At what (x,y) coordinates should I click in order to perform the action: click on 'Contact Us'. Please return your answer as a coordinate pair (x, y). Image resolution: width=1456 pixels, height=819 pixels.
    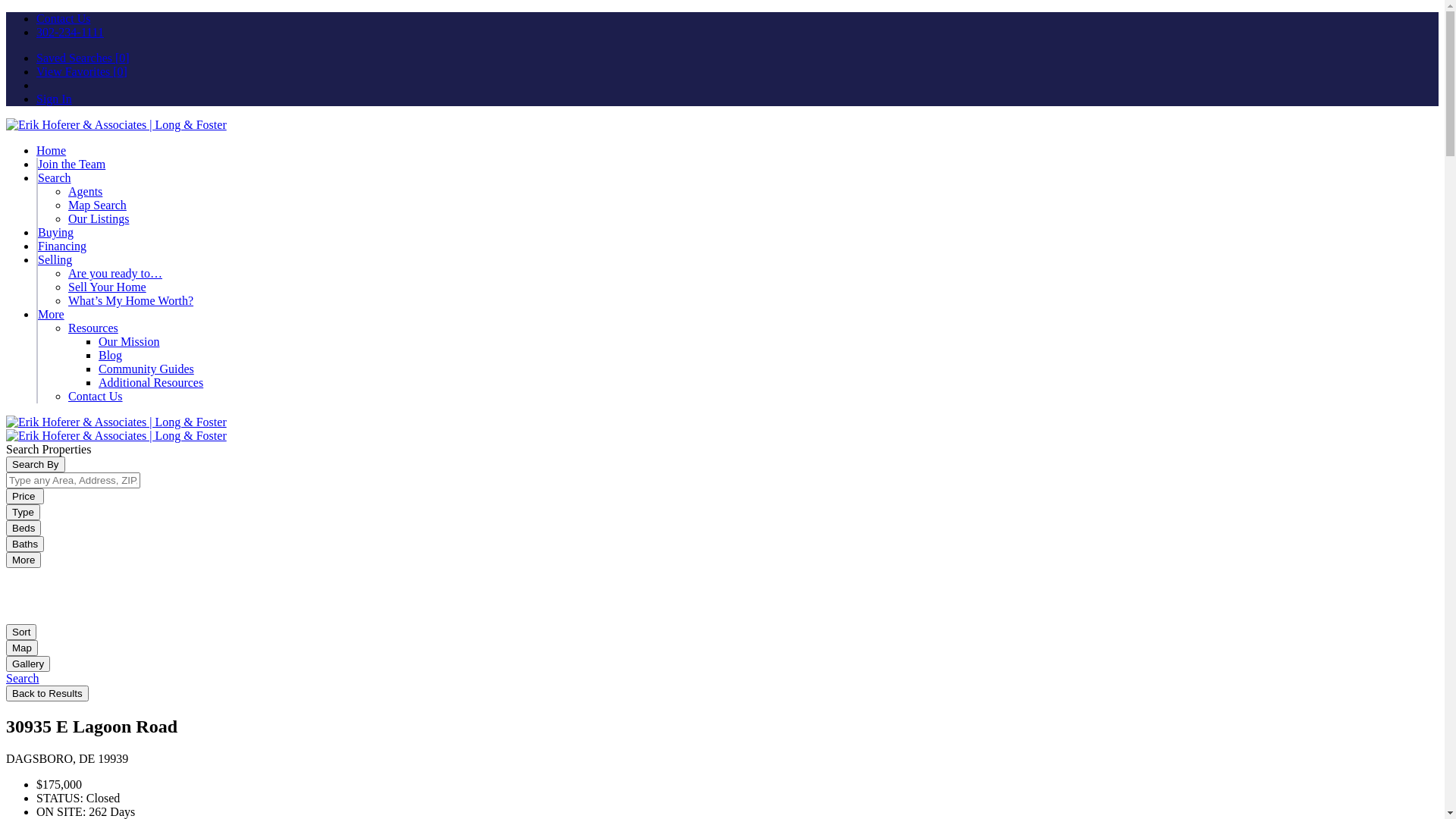
    Looking at the image, I should click on (62, 18).